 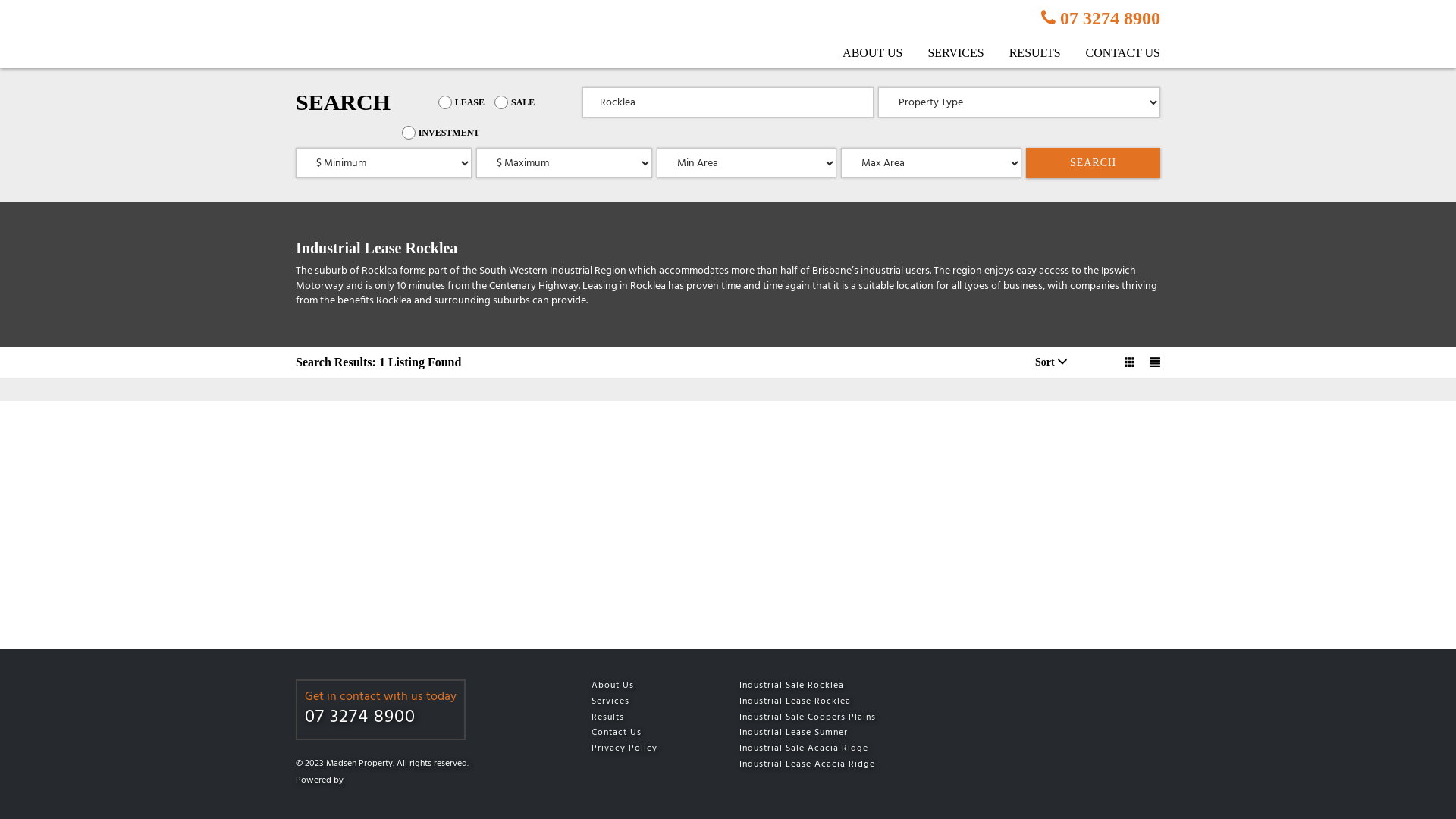 I want to click on 'Privacy Policy', so click(x=644, y=748).